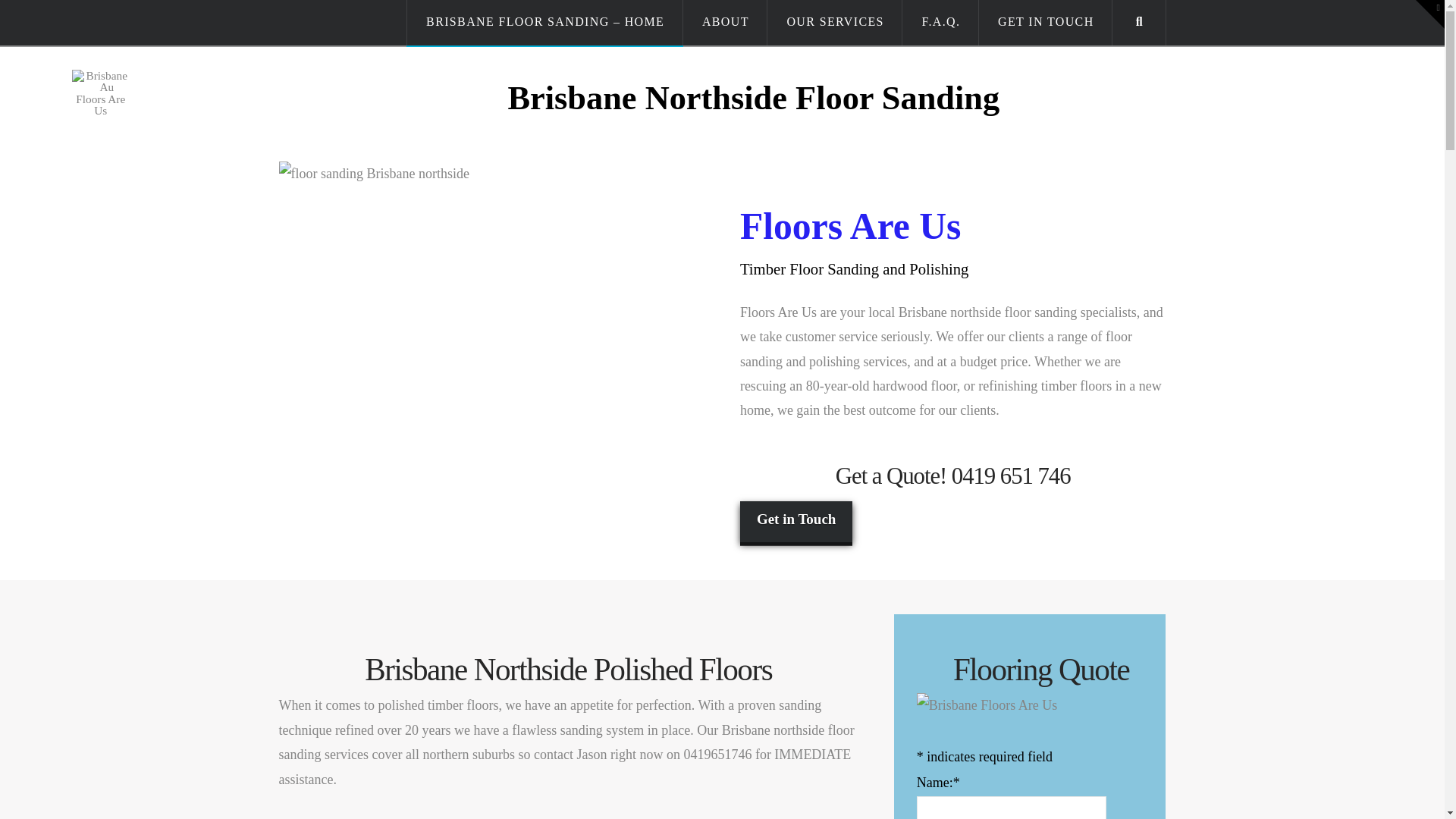 The width and height of the screenshot is (1456, 819). Describe the element at coordinates (940, 23) in the screenshot. I see `'F.A.Q.'` at that location.